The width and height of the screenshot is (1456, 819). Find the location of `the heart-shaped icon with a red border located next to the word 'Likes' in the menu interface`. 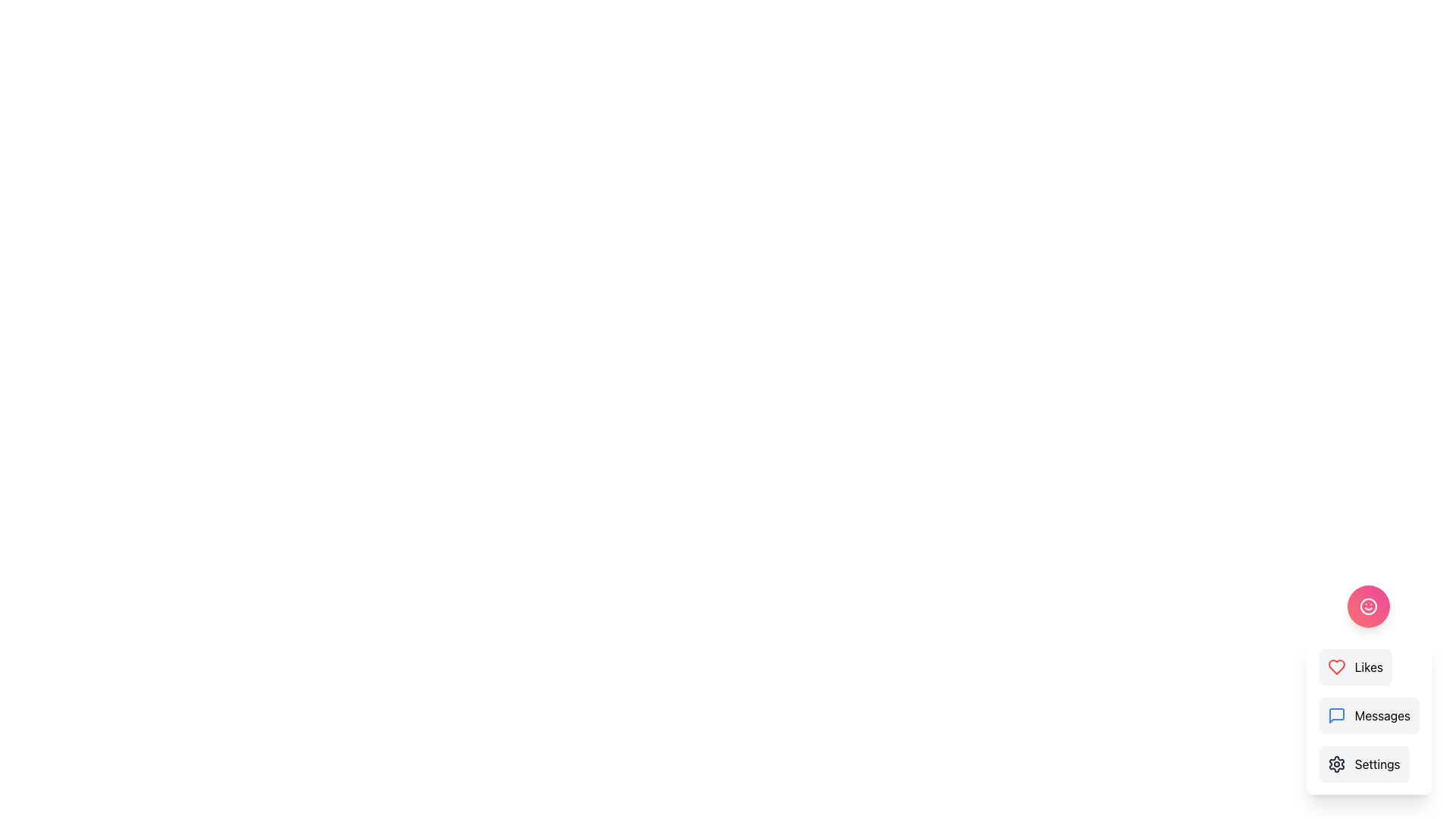

the heart-shaped icon with a red border located next to the word 'Likes' in the menu interface is located at coordinates (1336, 666).